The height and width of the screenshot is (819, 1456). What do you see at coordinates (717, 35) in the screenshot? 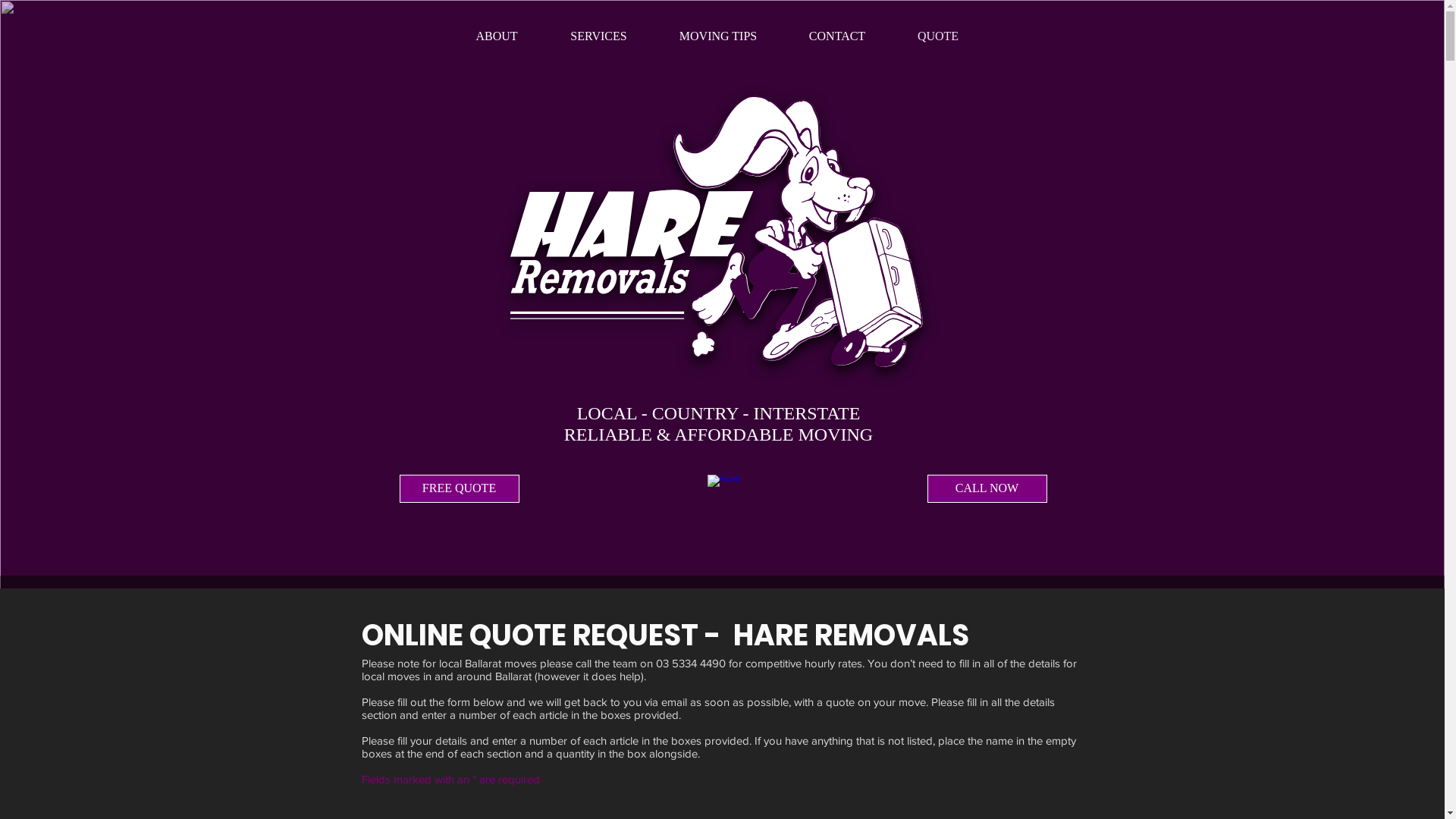
I see `'MOVING TIPS'` at bounding box center [717, 35].